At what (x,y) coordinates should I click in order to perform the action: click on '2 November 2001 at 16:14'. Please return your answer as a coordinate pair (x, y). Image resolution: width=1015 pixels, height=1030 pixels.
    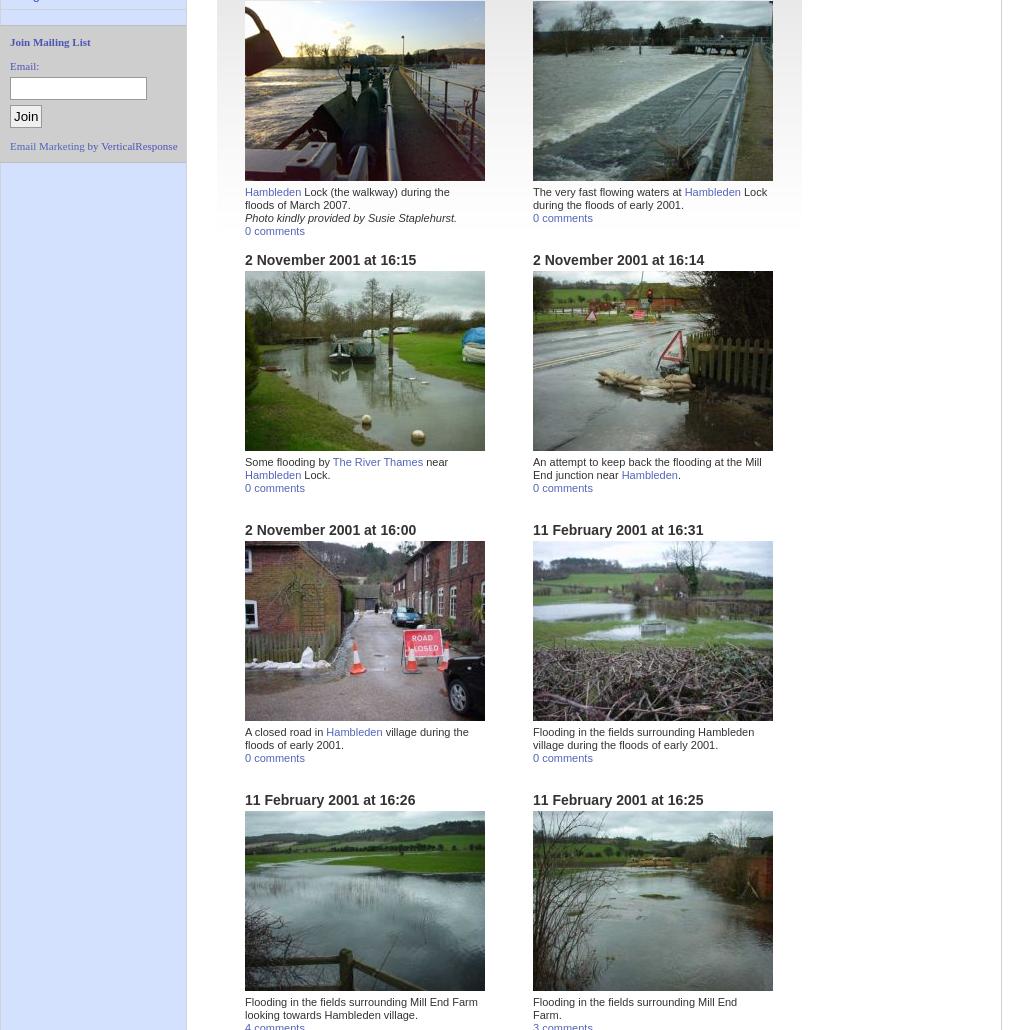
    Looking at the image, I should click on (617, 258).